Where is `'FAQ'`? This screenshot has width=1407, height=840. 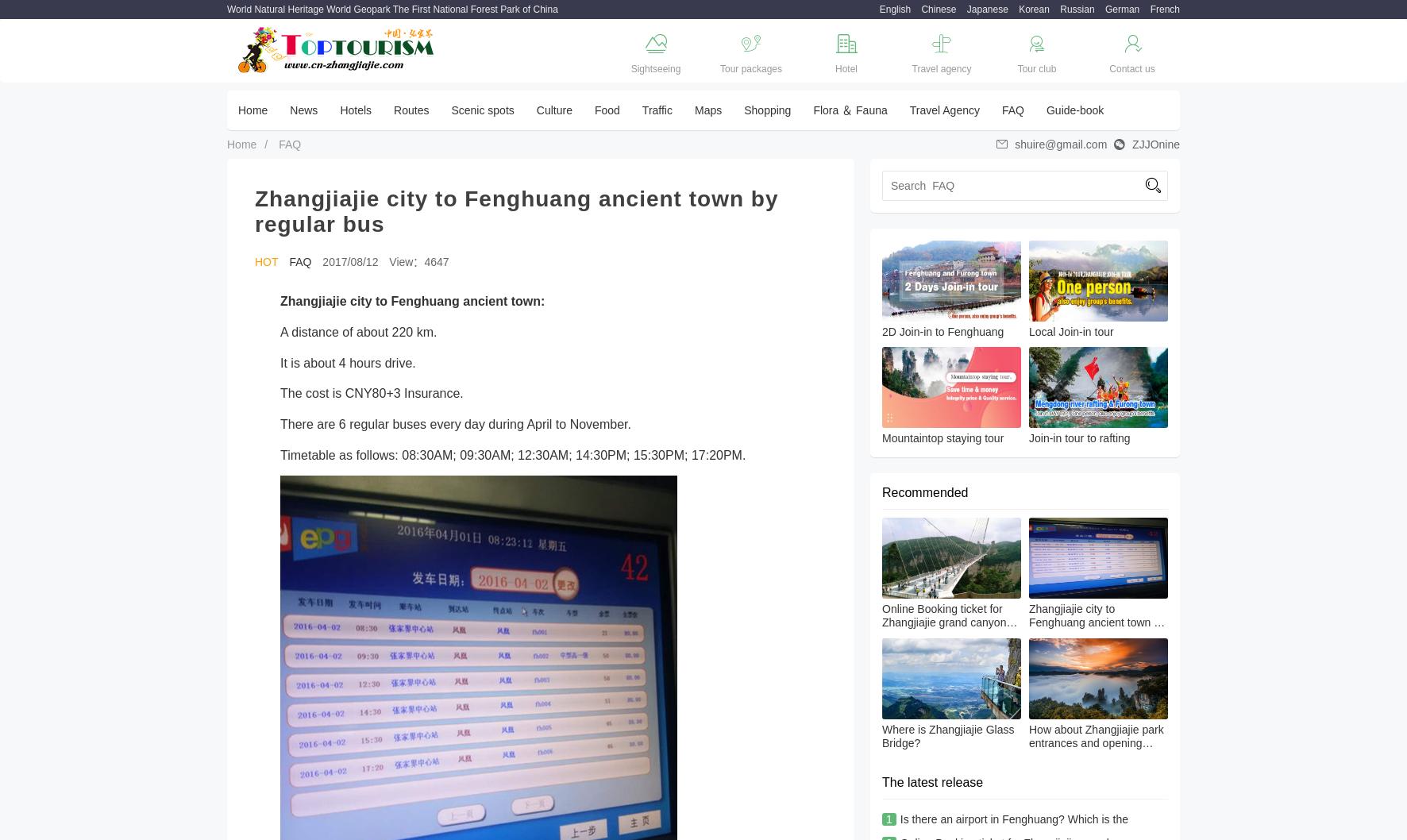
'FAQ' is located at coordinates (1012, 110).